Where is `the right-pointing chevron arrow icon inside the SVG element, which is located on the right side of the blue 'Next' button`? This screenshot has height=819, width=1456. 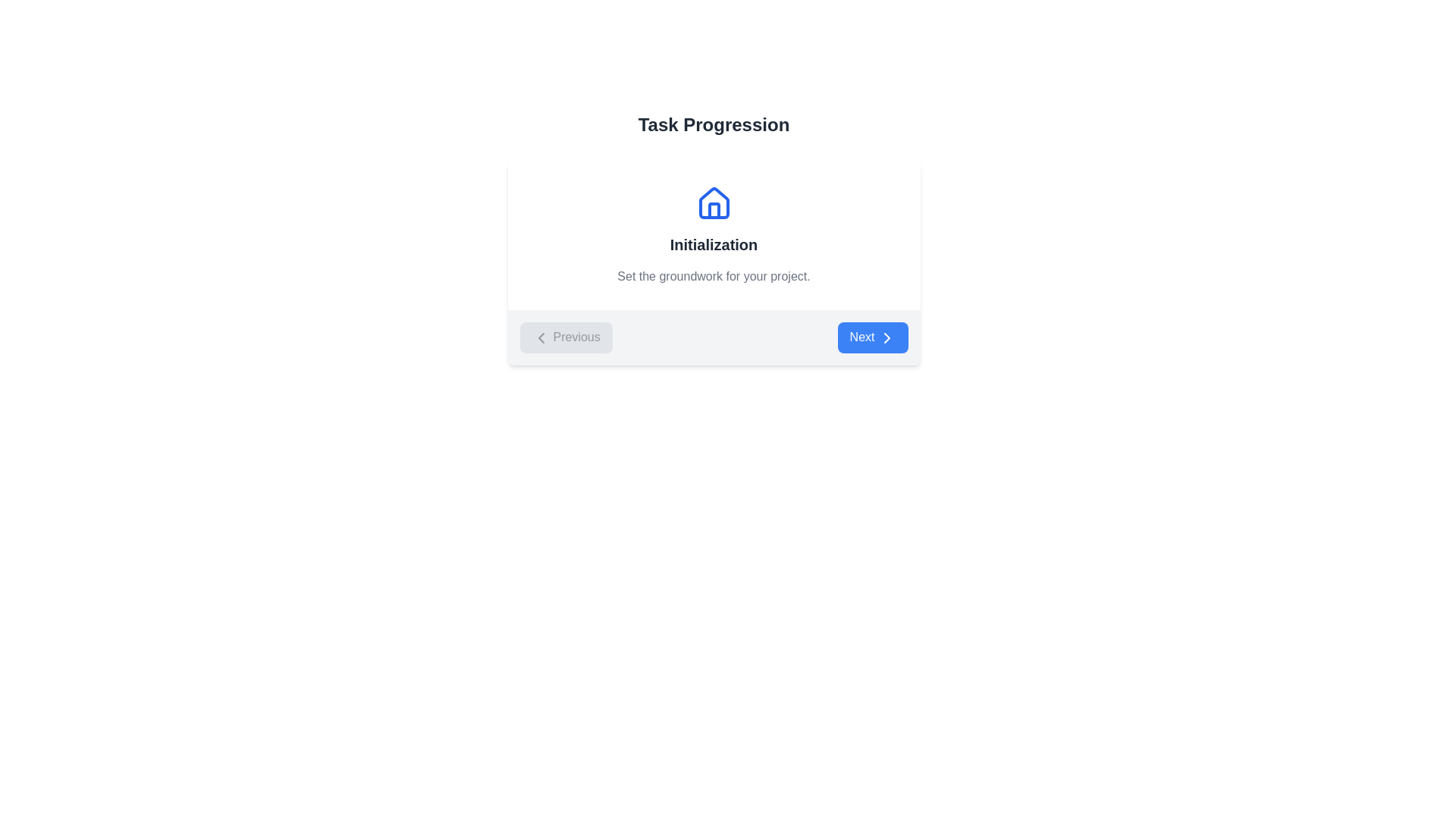
the right-pointing chevron arrow icon inside the SVG element, which is located on the right side of the blue 'Next' button is located at coordinates (886, 337).